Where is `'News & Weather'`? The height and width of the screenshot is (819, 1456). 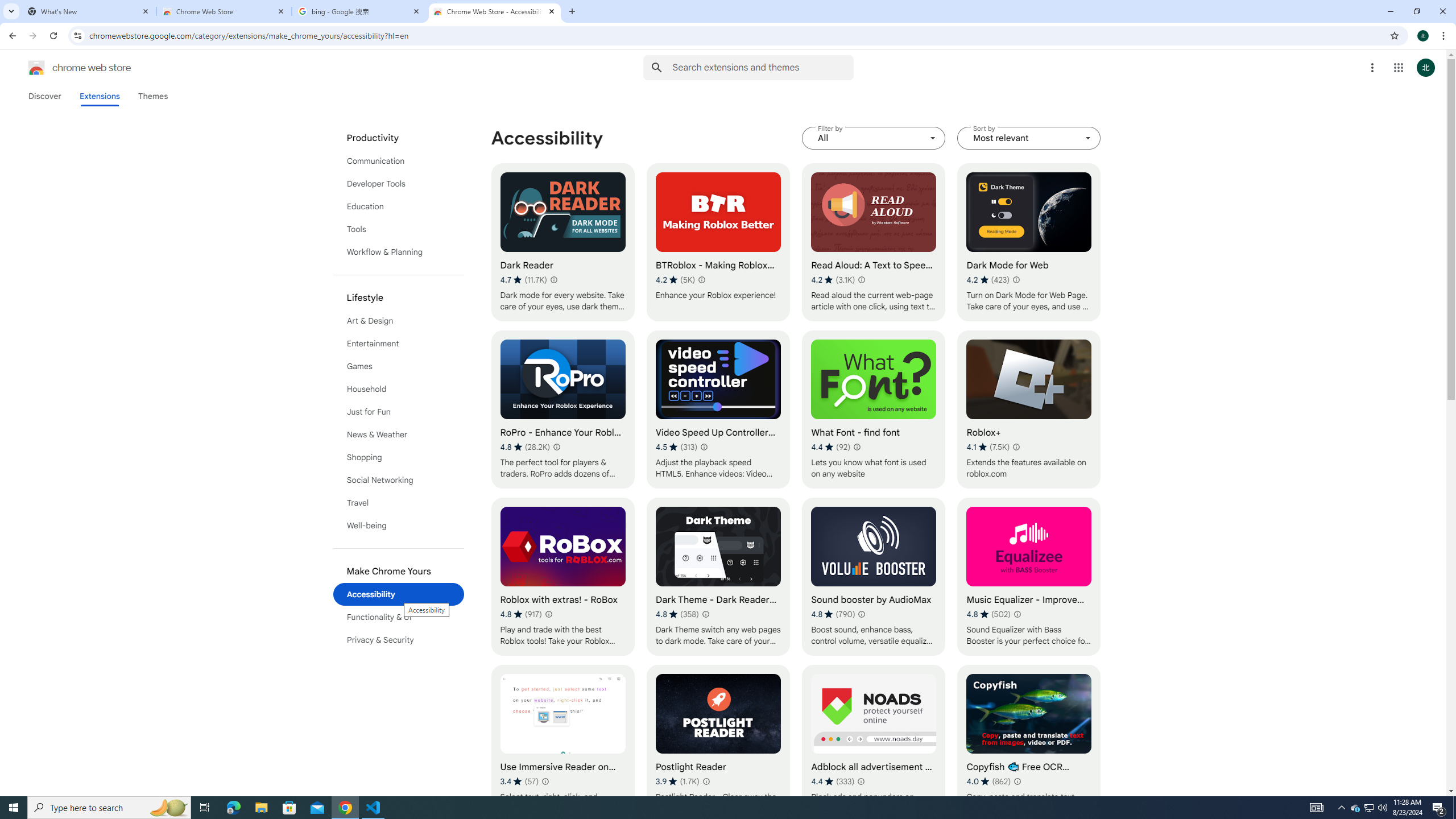 'News & Weather' is located at coordinates (399, 433).